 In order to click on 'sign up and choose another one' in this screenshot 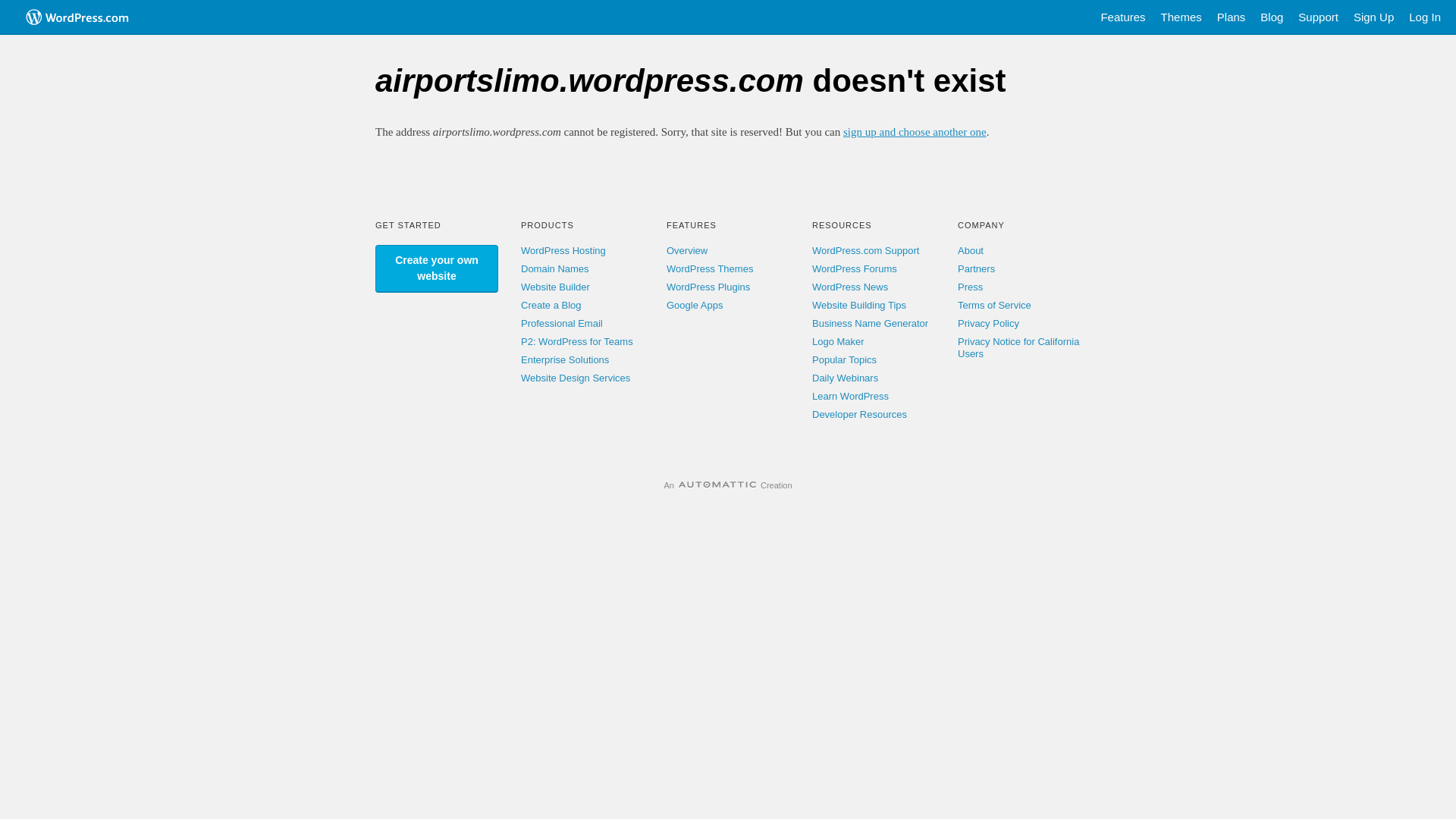, I will do `click(914, 130)`.